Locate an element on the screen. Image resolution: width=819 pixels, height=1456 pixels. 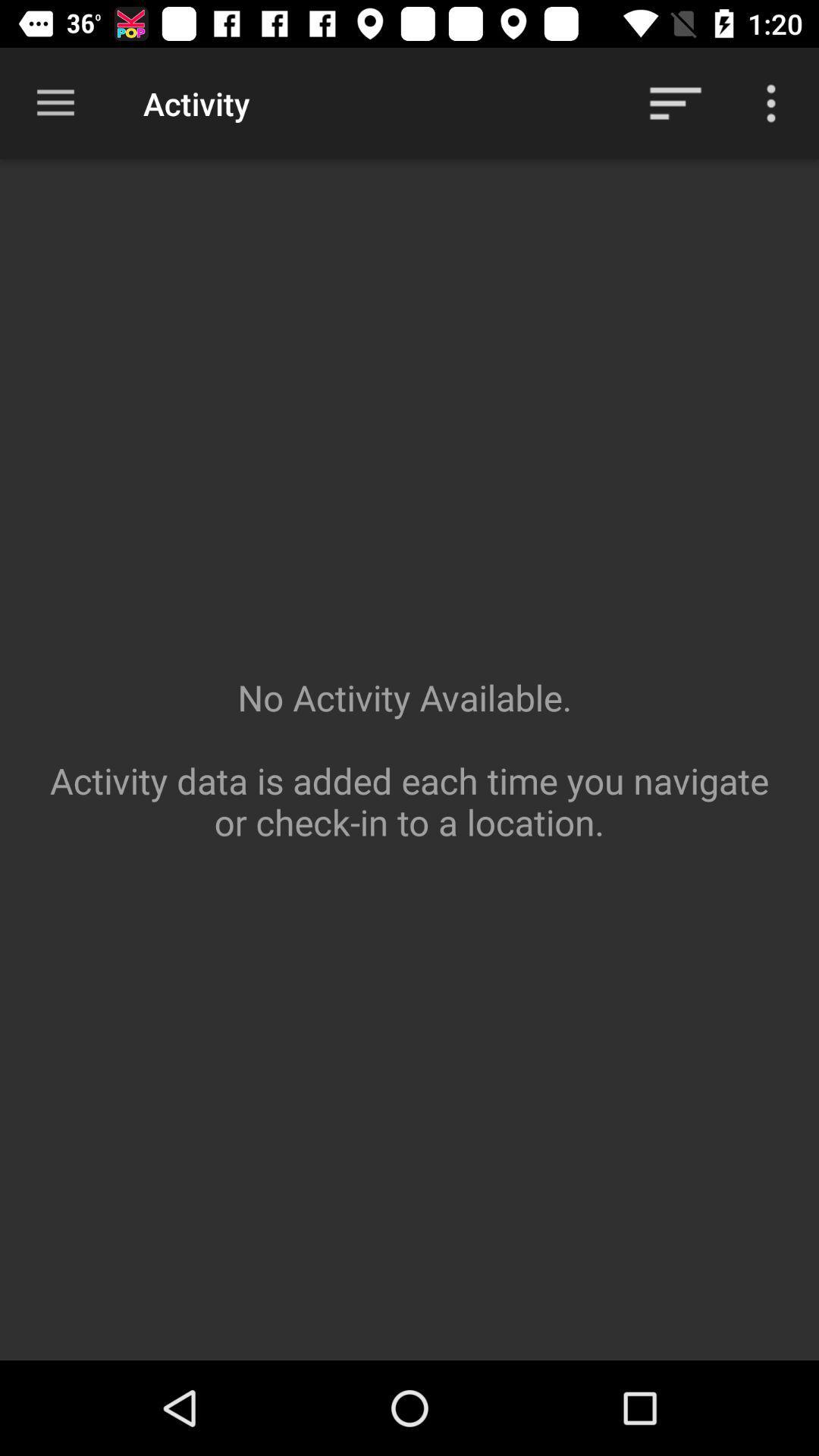
the item above the no activity available icon is located at coordinates (771, 102).